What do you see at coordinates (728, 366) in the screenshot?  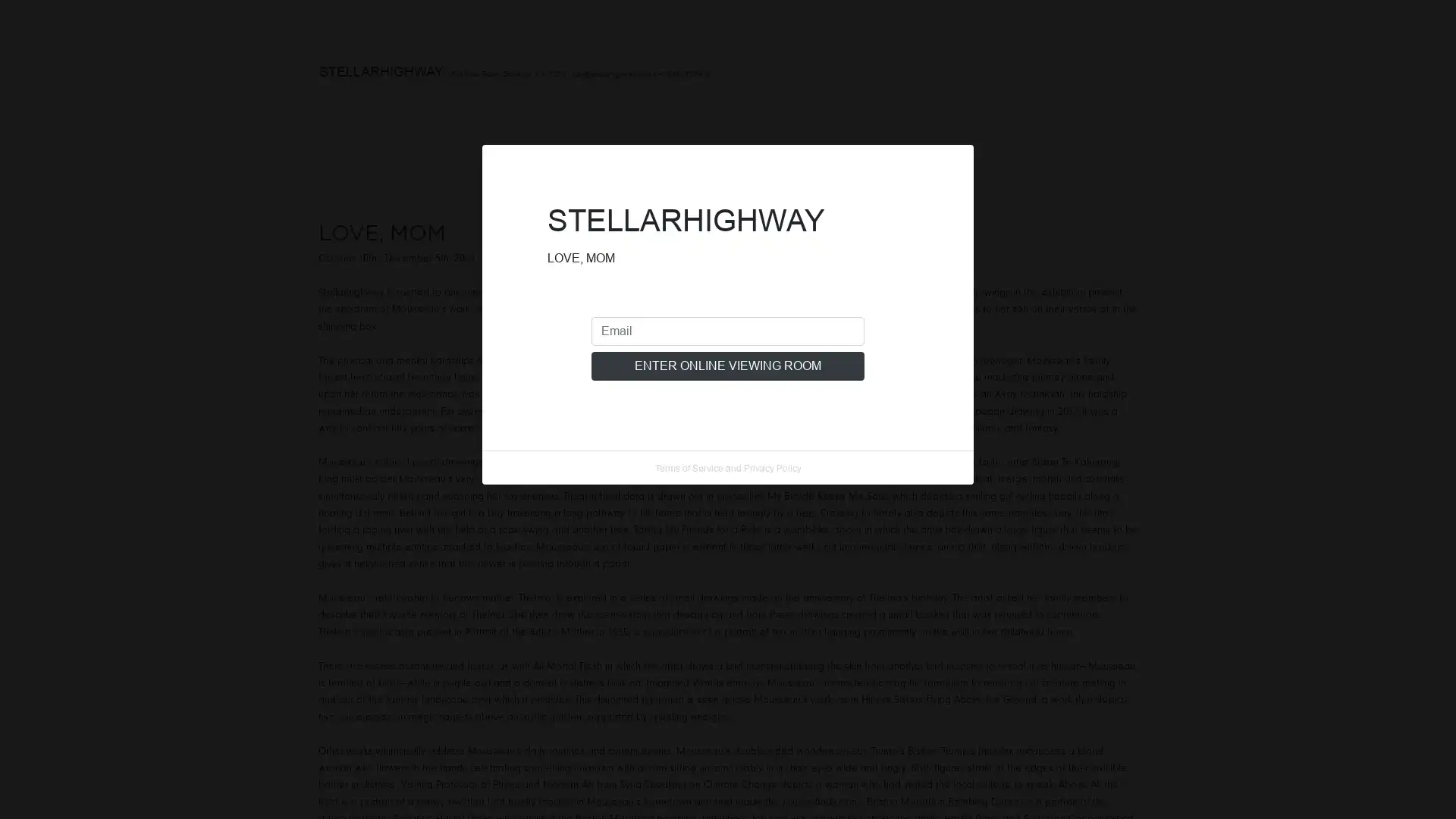 I see `ENTER ONLINE VIEWING ROOM` at bounding box center [728, 366].